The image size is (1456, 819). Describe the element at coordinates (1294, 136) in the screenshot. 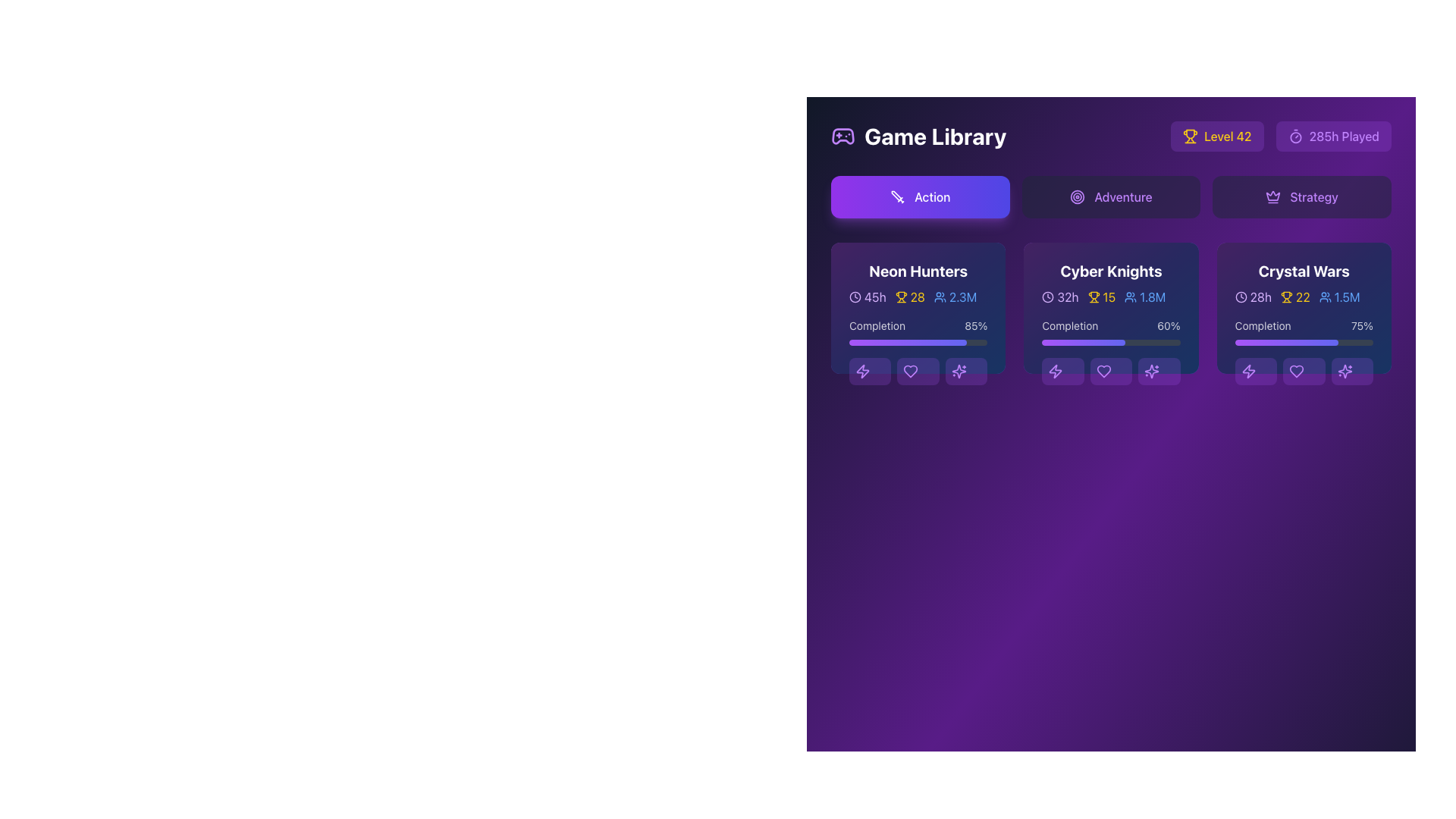

I see `the circular purple timer icon located in the upper right of the '285h Played' section, positioned to the left of the text '285h Played'` at that location.